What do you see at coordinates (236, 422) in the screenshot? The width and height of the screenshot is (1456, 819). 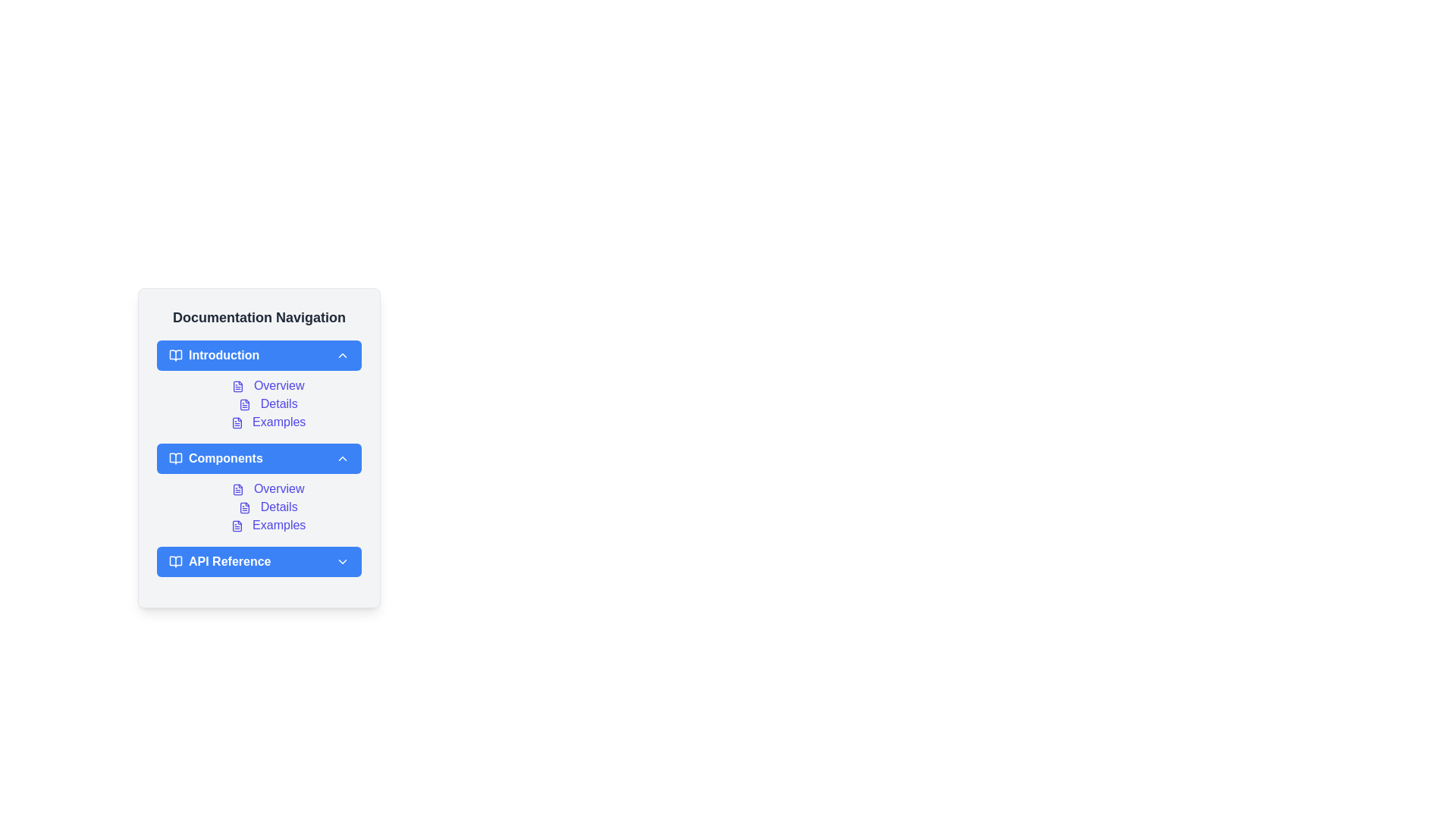 I see `the visual indicator icon next to the 'Examples' label in the vertical navigation menu under the 'Introduction' category` at bounding box center [236, 422].